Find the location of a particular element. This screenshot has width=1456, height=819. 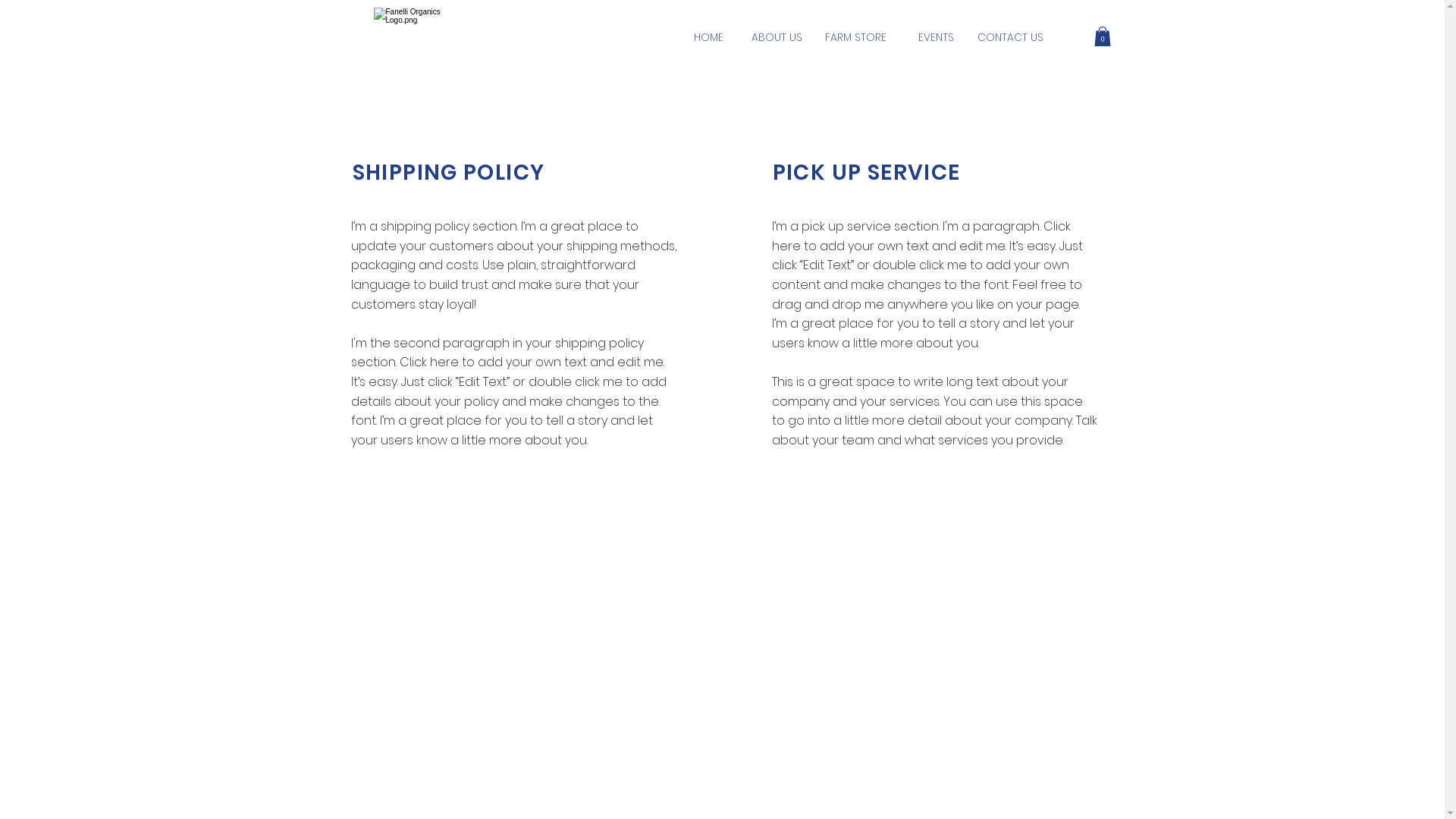

'EVENTS' is located at coordinates (934, 37).